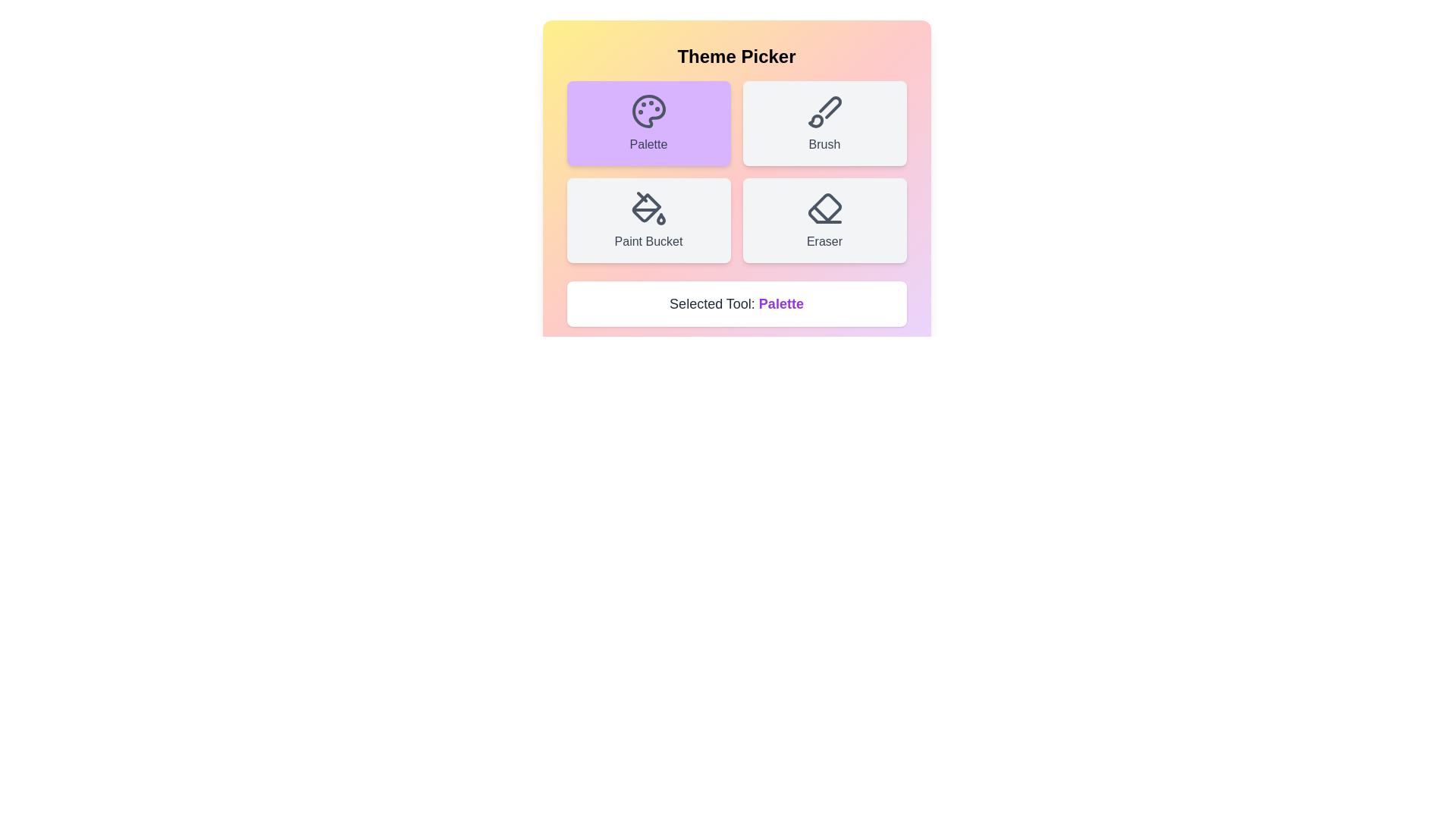  I want to click on the Paint Bucket button to select the corresponding tool, so click(648, 220).